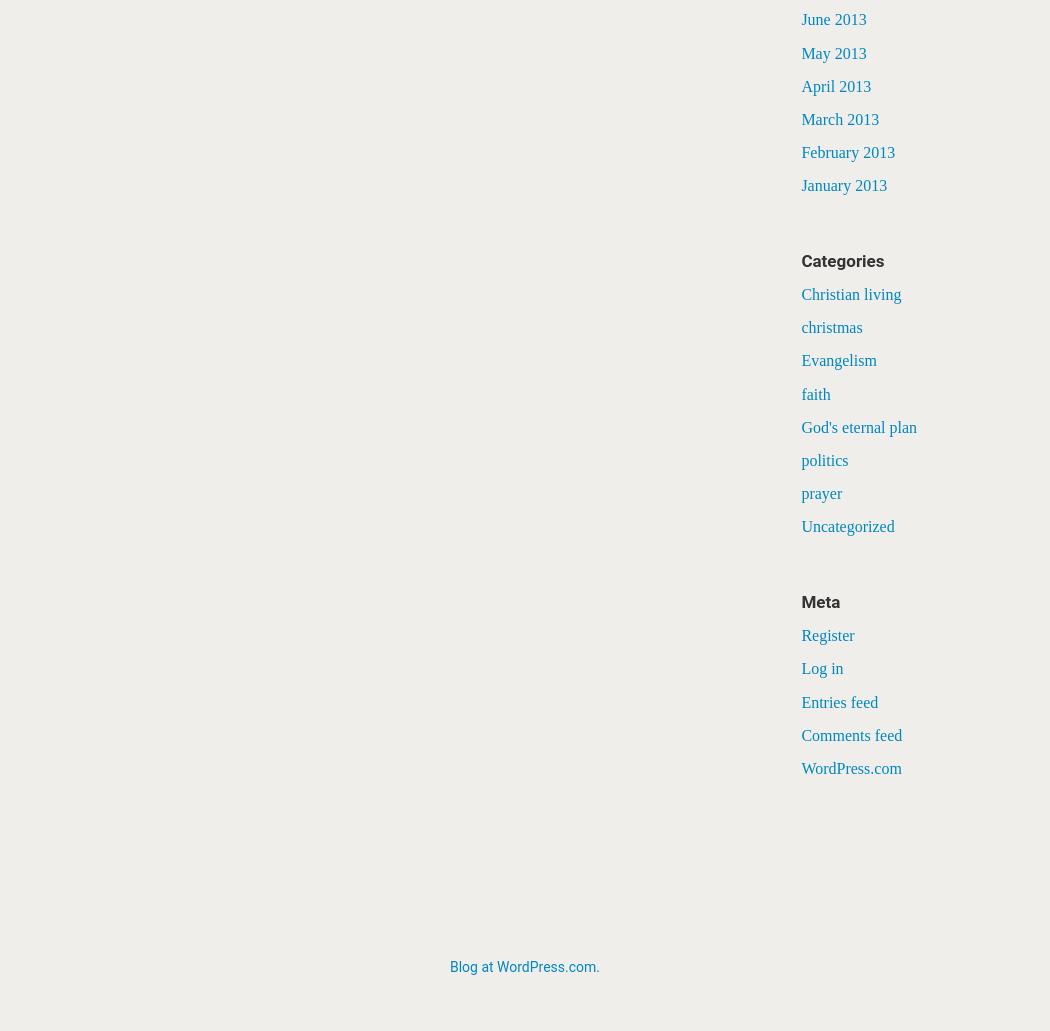 This screenshot has height=1031, width=1050. Describe the element at coordinates (840, 117) in the screenshot. I see `'March 2013'` at that location.